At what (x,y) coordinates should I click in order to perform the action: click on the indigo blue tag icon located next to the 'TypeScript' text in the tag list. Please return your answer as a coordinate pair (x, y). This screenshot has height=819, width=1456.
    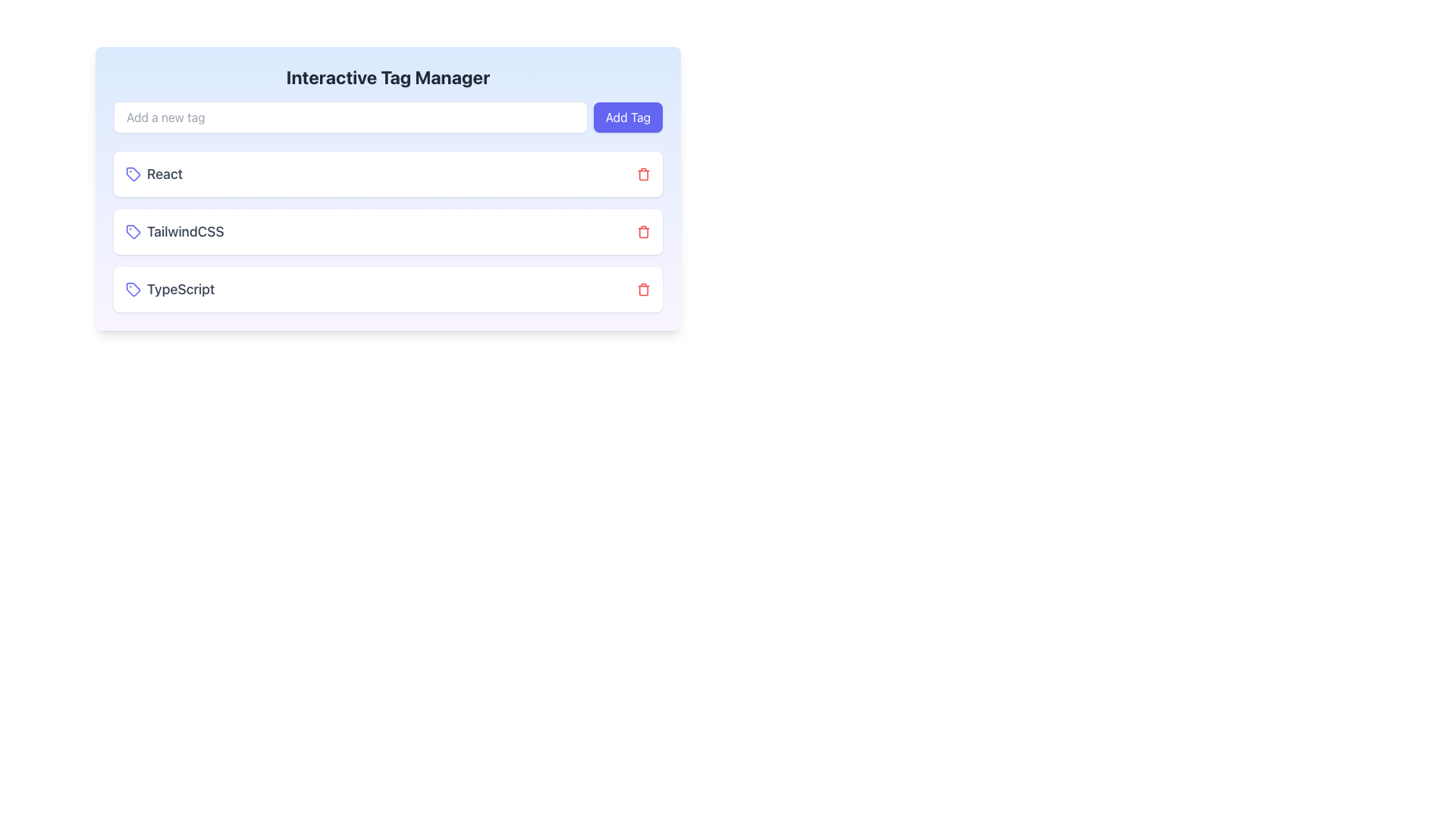
    Looking at the image, I should click on (133, 289).